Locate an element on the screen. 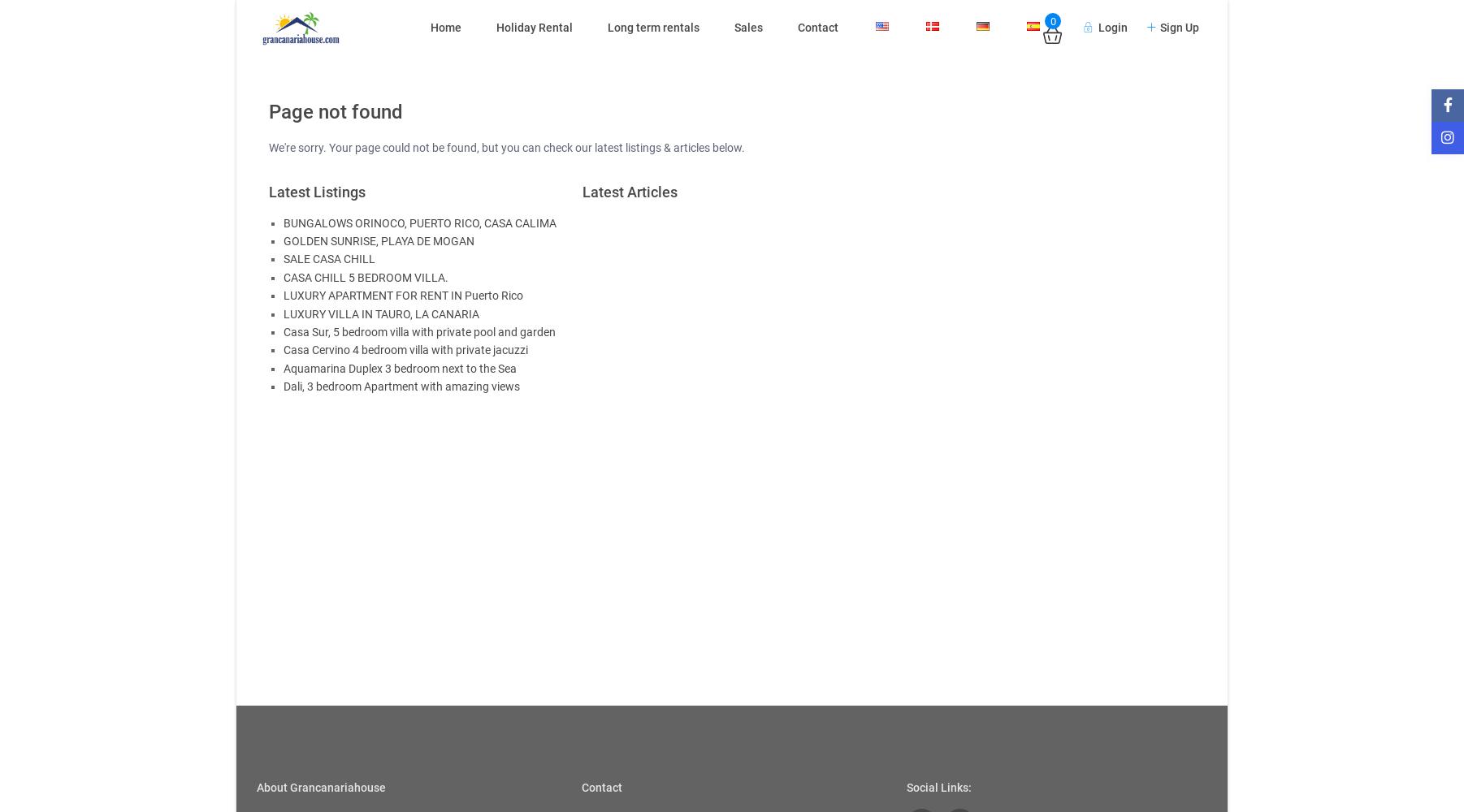 The image size is (1464, 812). '0' is located at coordinates (1051, 20).